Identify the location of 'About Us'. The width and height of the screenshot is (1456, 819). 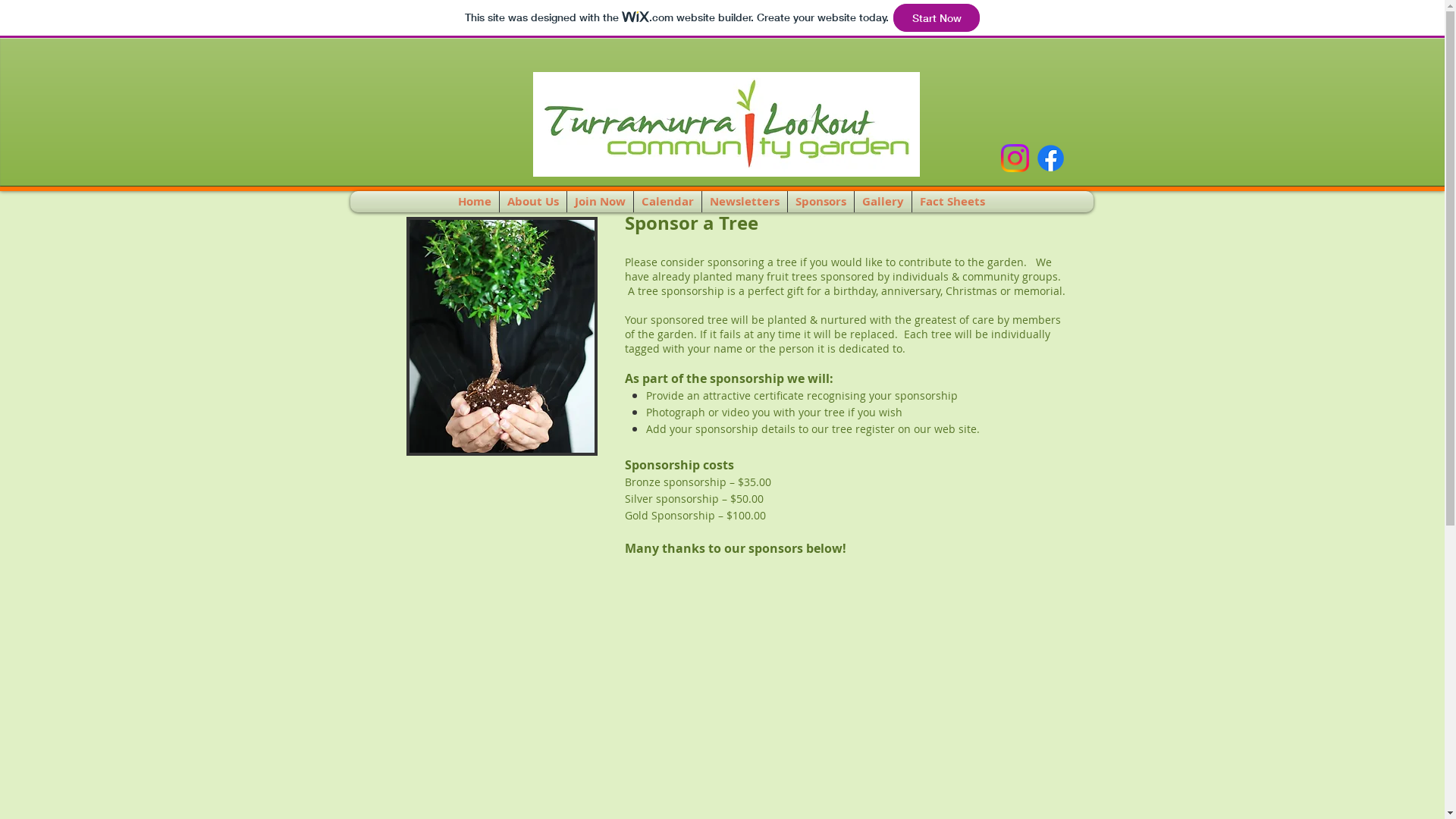
(499, 201).